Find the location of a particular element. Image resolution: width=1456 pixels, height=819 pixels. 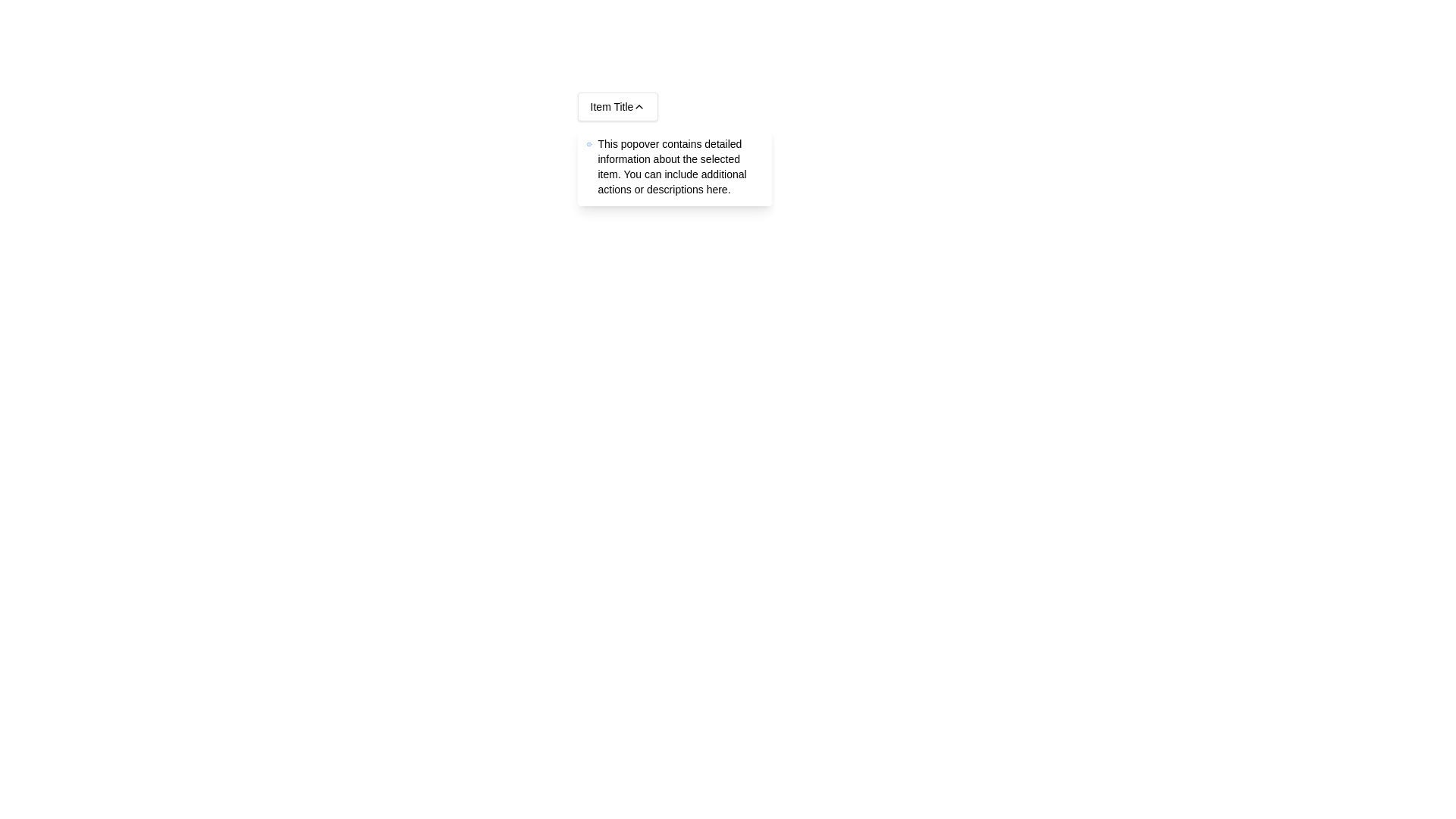

the Interactive Header with Dropdown Control is located at coordinates (618, 106).